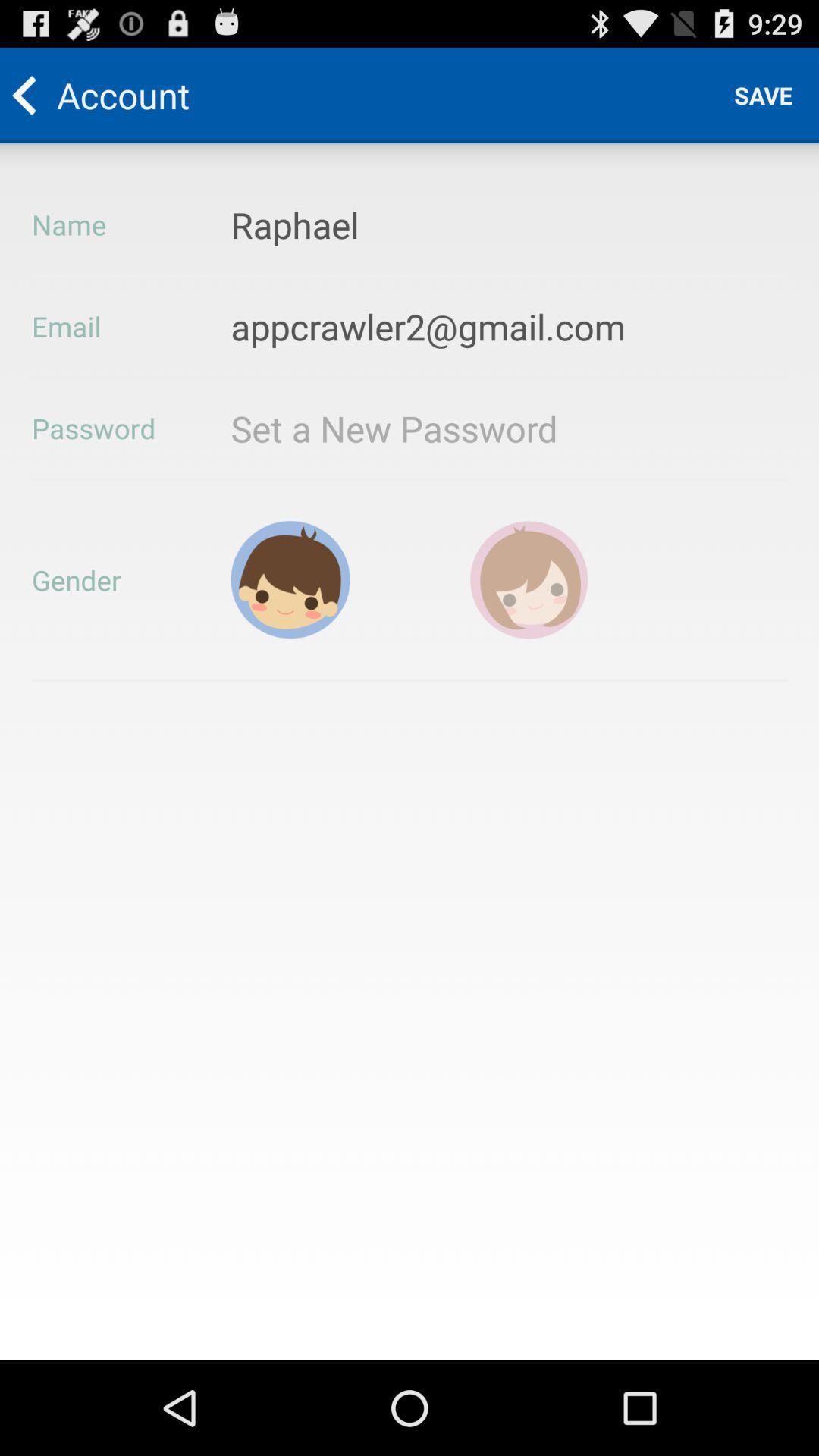 Image resolution: width=819 pixels, height=1456 pixels. I want to click on female gender selection, so click(529, 579).